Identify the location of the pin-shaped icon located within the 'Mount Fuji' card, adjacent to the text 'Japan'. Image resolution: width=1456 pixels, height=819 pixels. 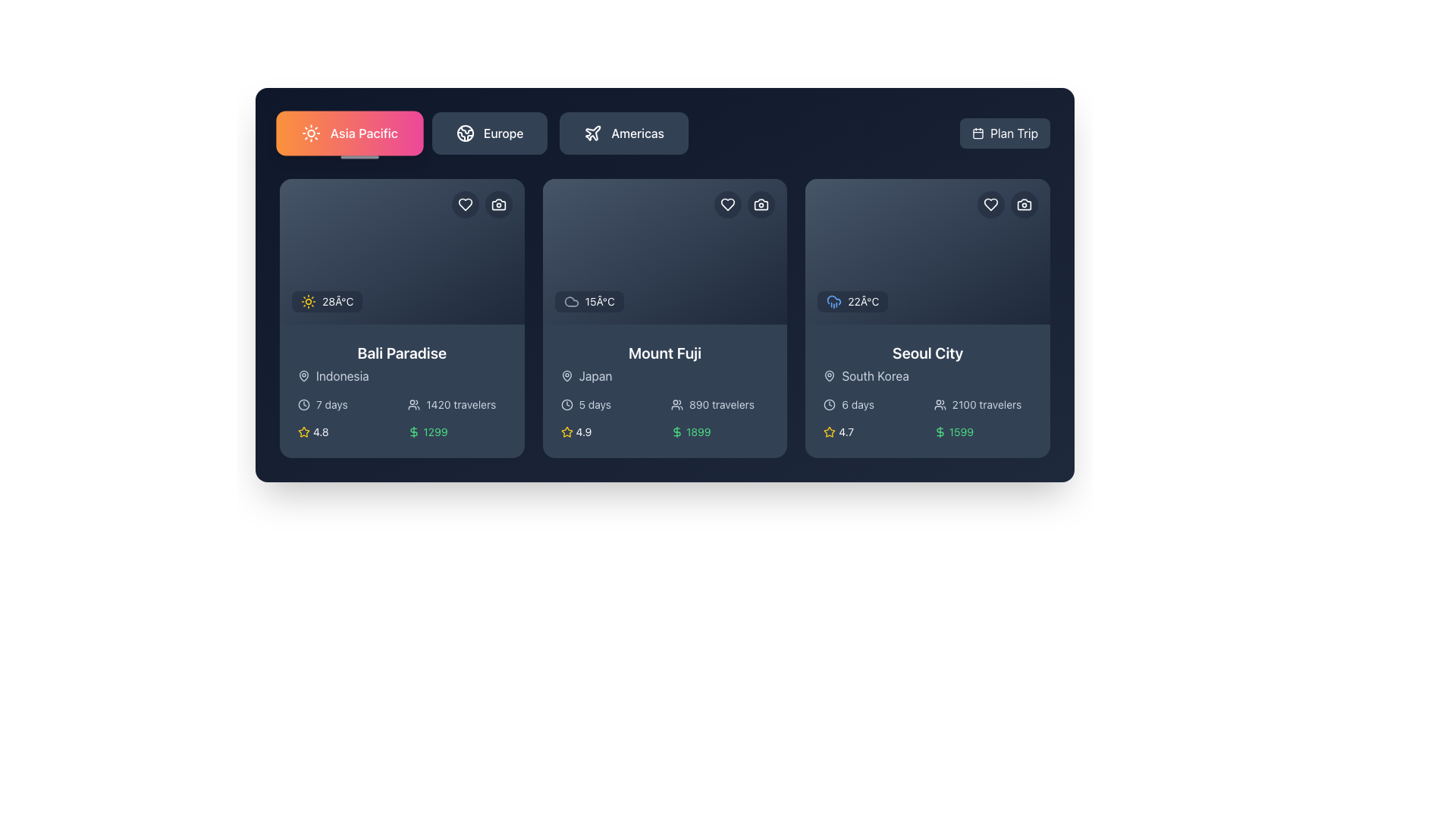
(566, 375).